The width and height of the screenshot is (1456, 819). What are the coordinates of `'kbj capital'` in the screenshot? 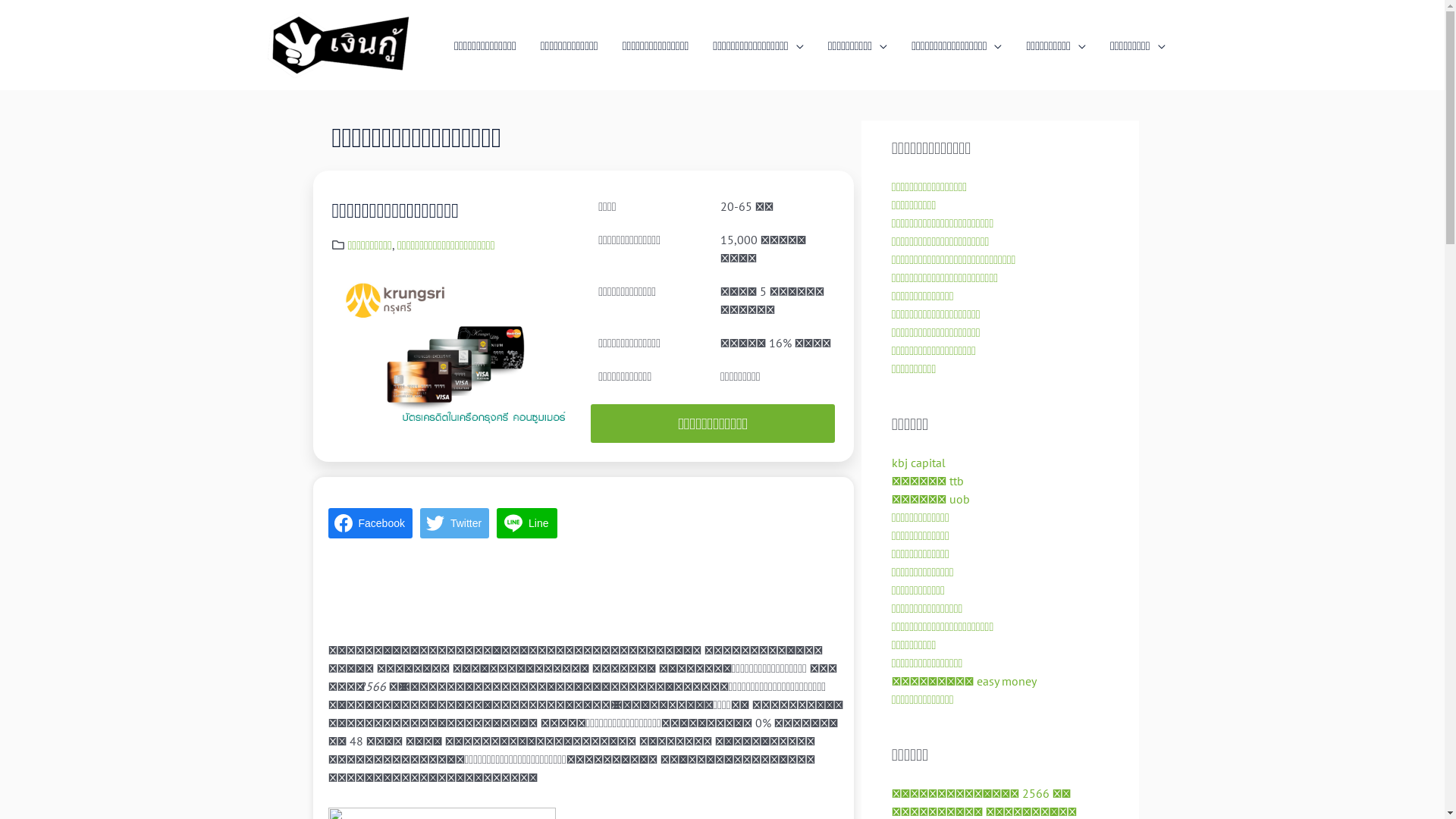 It's located at (918, 461).